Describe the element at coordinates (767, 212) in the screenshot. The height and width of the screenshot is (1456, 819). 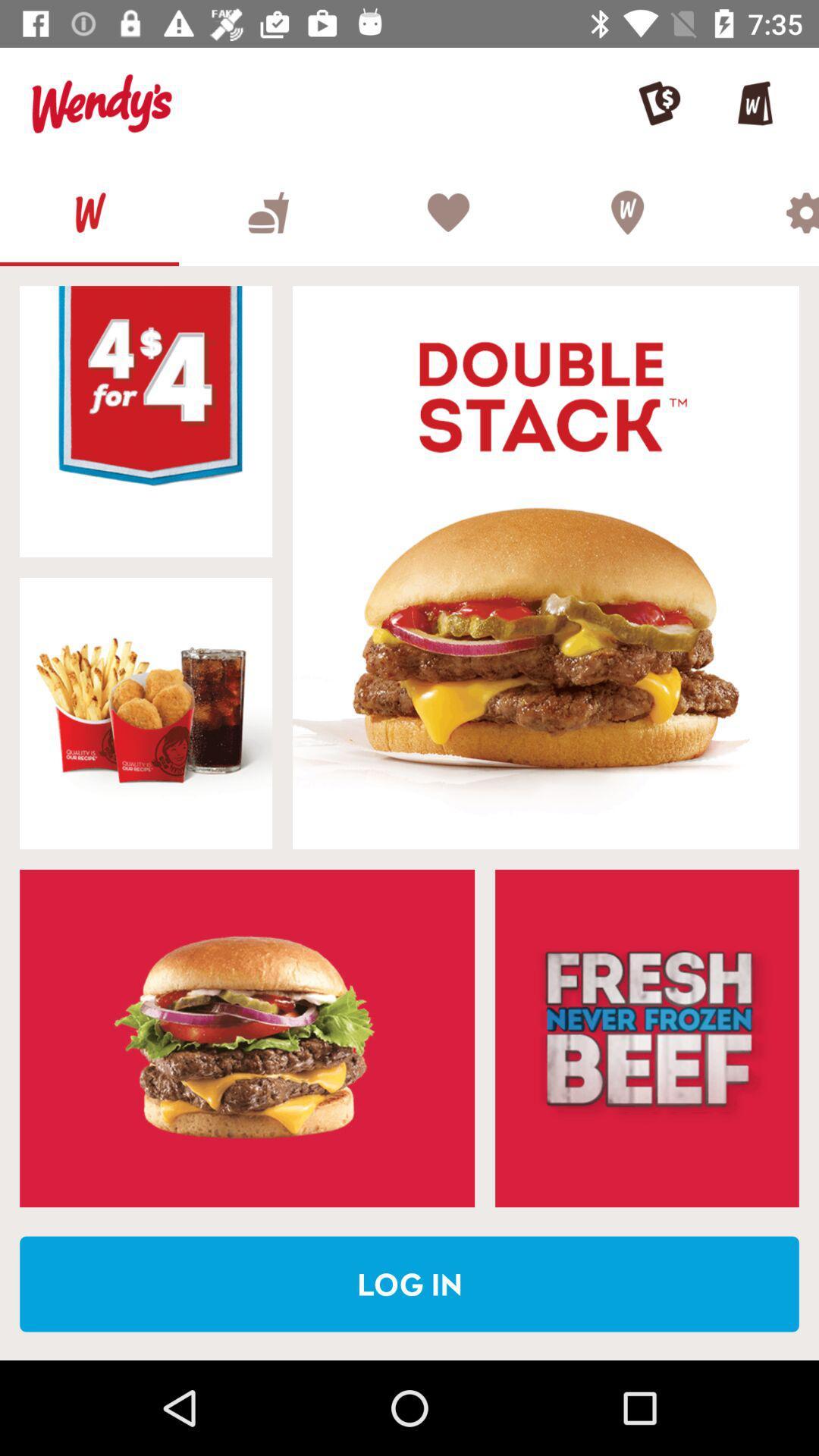
I see `settings` at that location.